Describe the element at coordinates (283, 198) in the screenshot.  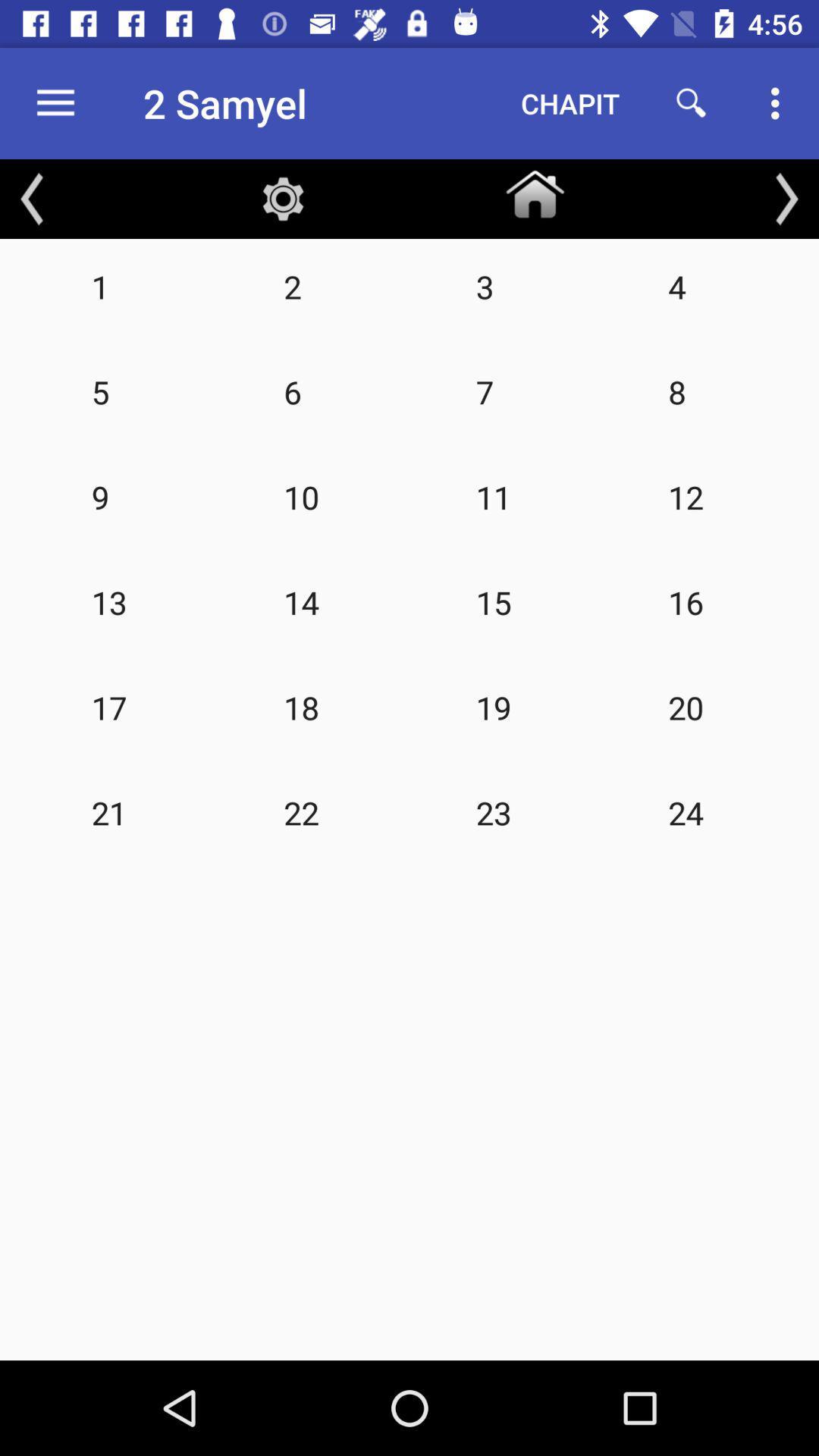
I see `the settings icon` at that location.